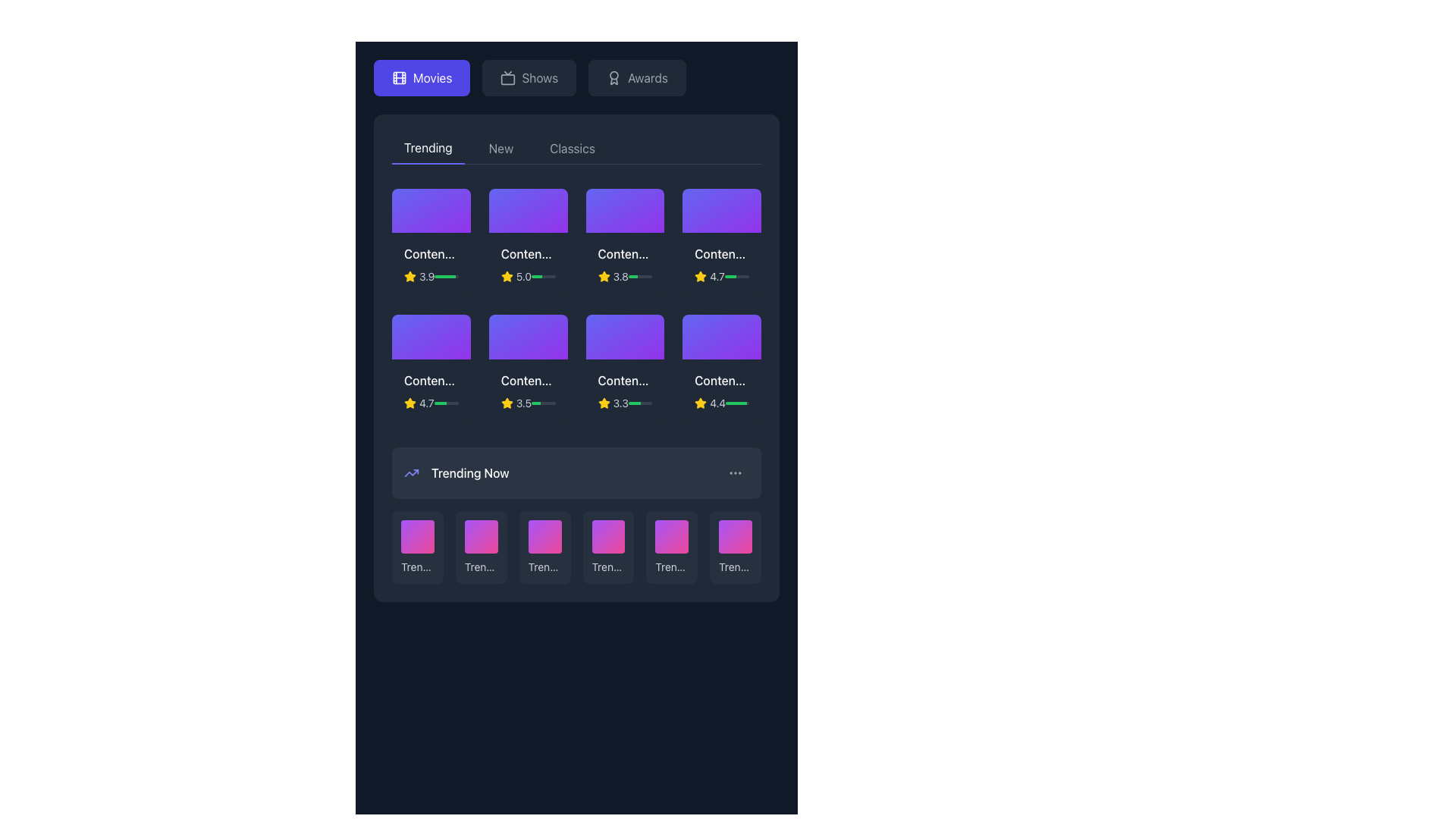 The width and height of the screenshot is (1456, 819). What do you see at coordinates (608, 566) in the screenshot?
I see `the text label displaying 'Trending #4' located in the bottom half of the card under the 'Trending Now' section` at bounding box center [608, 566].